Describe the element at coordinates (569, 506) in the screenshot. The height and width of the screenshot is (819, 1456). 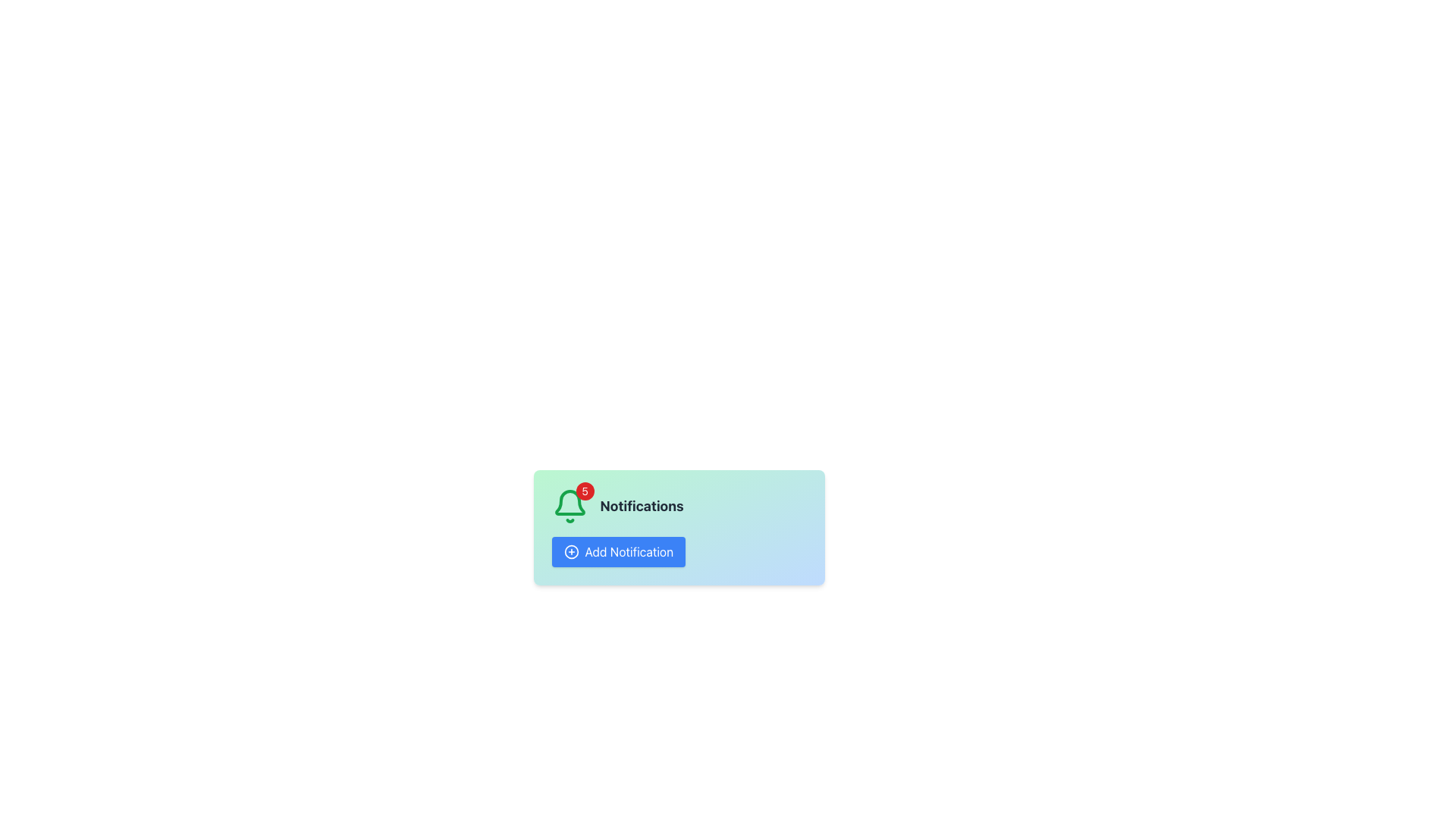
I see `the Notification icon with badge, which displays the number of pending or unread notifications` at that location.